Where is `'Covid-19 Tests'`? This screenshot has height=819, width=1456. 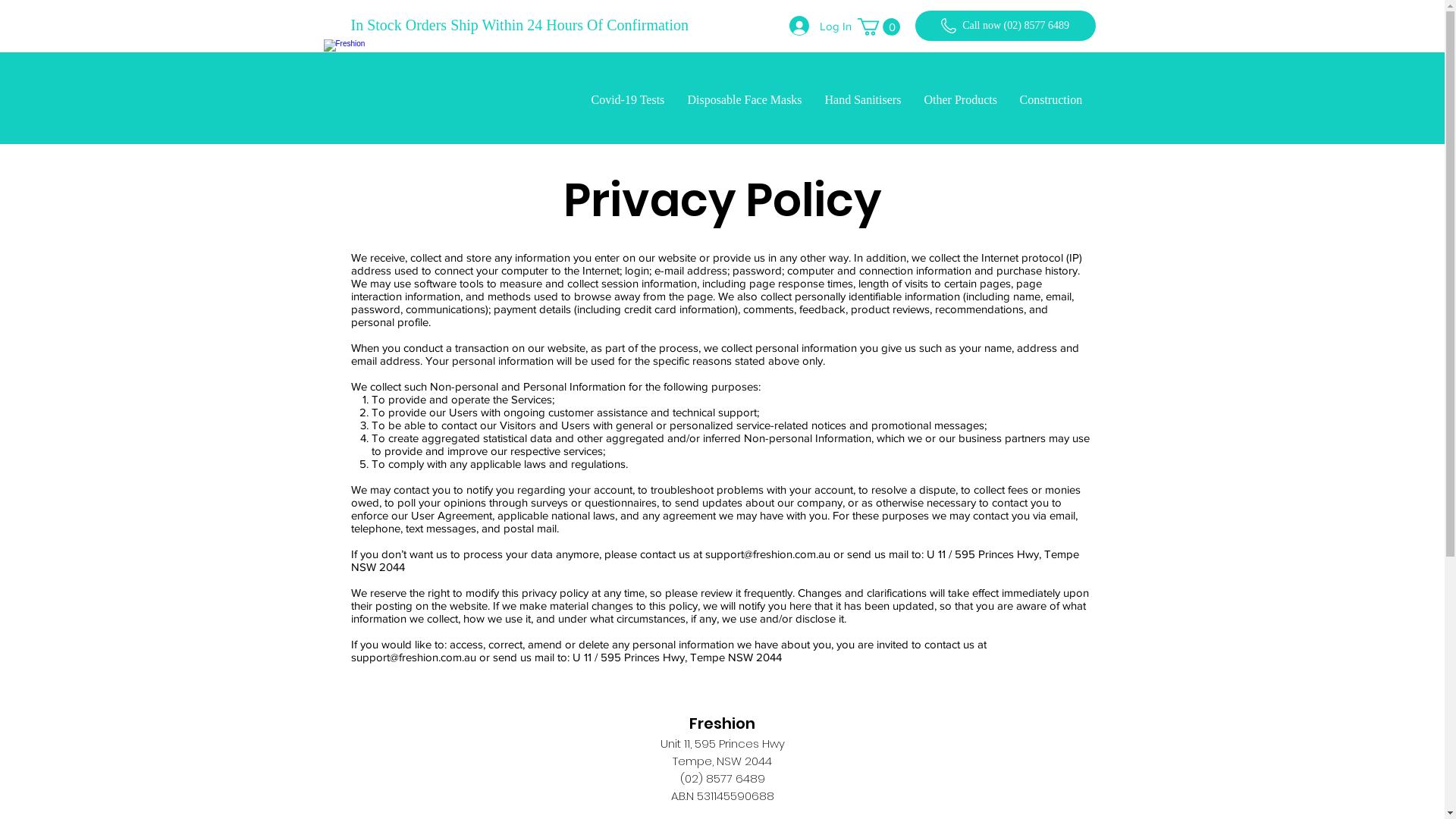 'Covid-19 Tests' is located at coordinates (627, 99).